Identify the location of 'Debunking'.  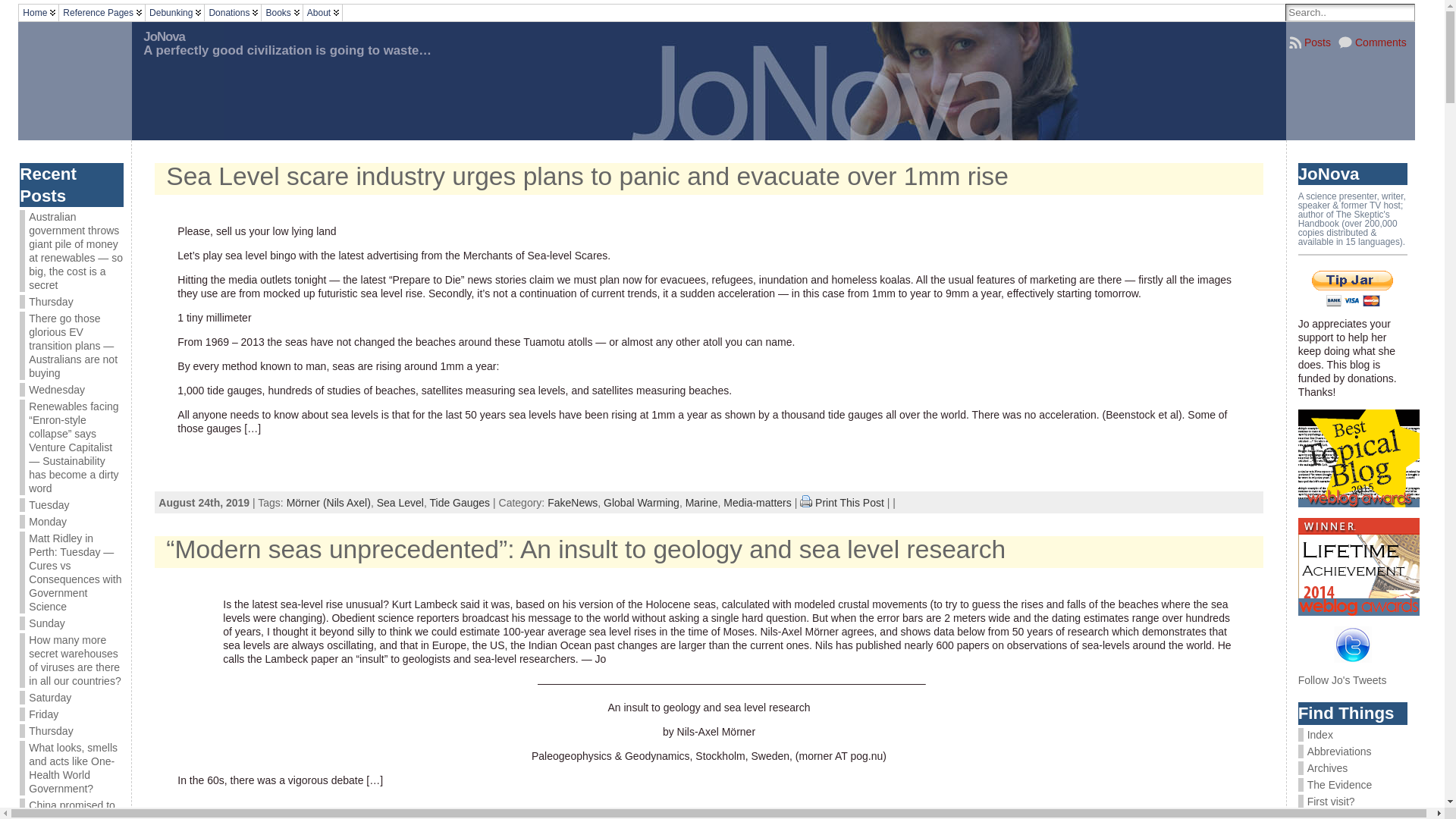
(174, 12).